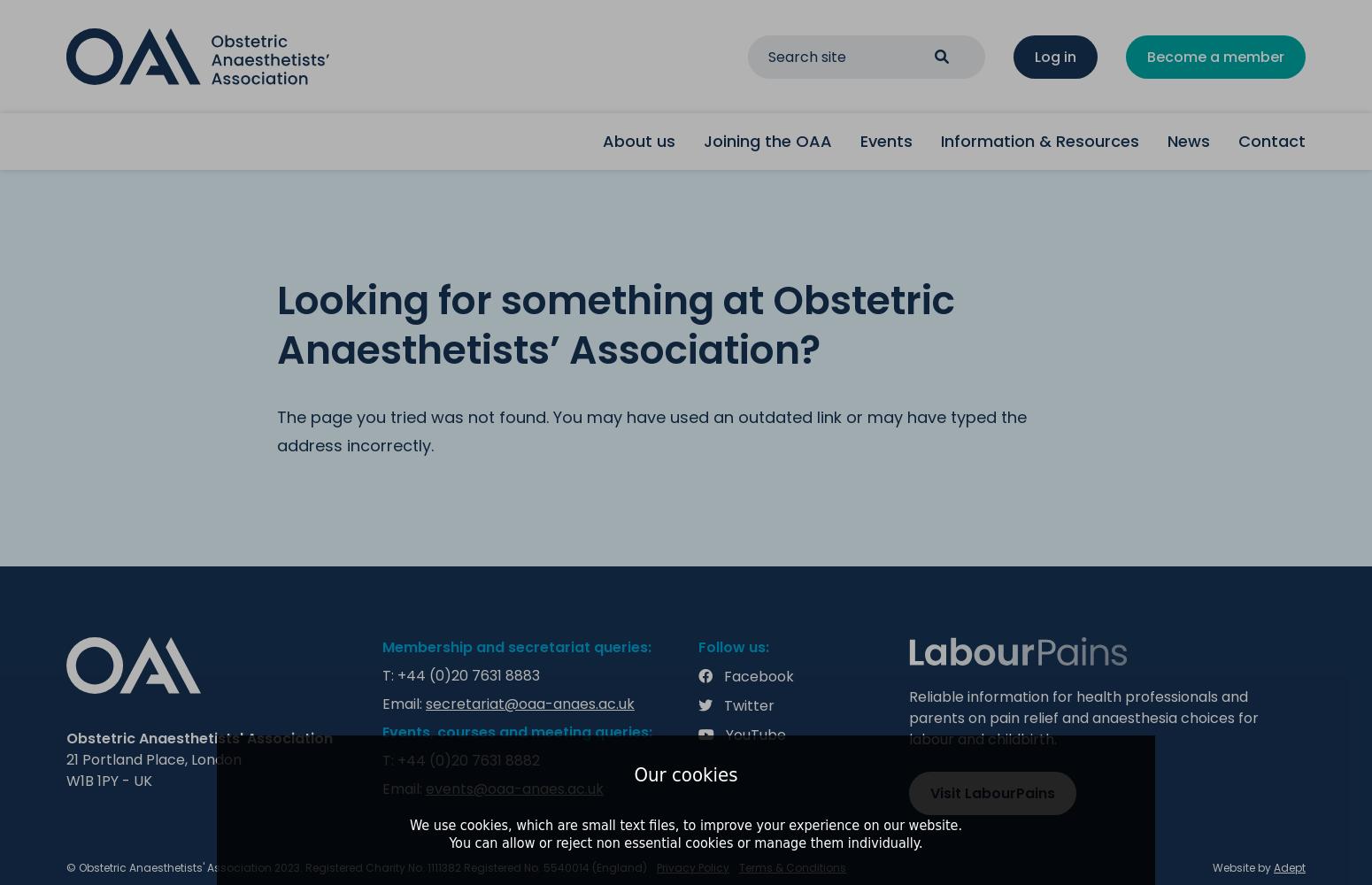 The height and width of the screenshot is (885, 1372). What do you see at coordinates (759, 676) in the screenshot?
I see `'Facebook'` at bounding box center [759, 676].